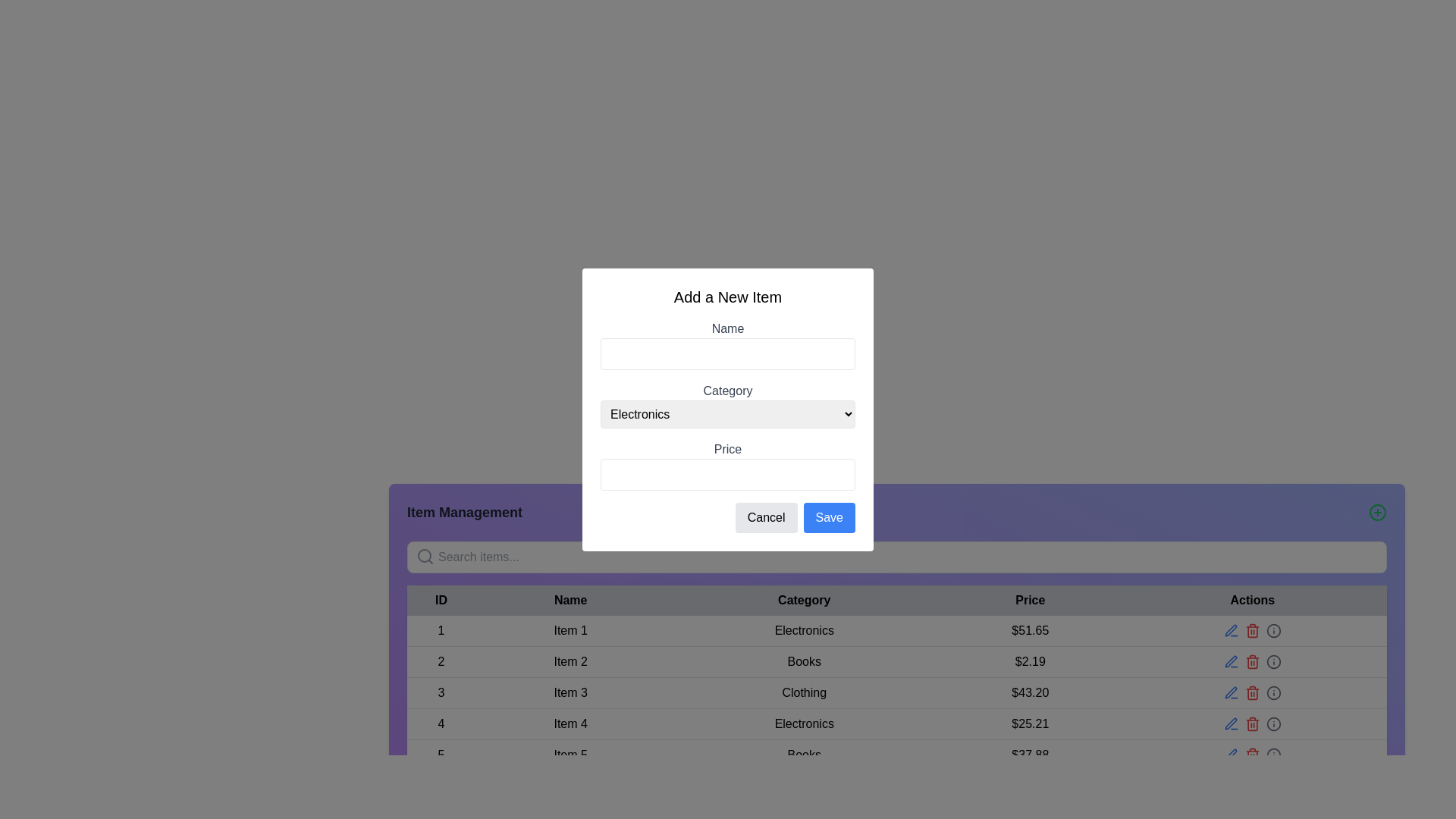 The height and width of the screenshot is (819, 1456). I want to click on the delete icon in the Actions column of the table row, so click(1252, 723).